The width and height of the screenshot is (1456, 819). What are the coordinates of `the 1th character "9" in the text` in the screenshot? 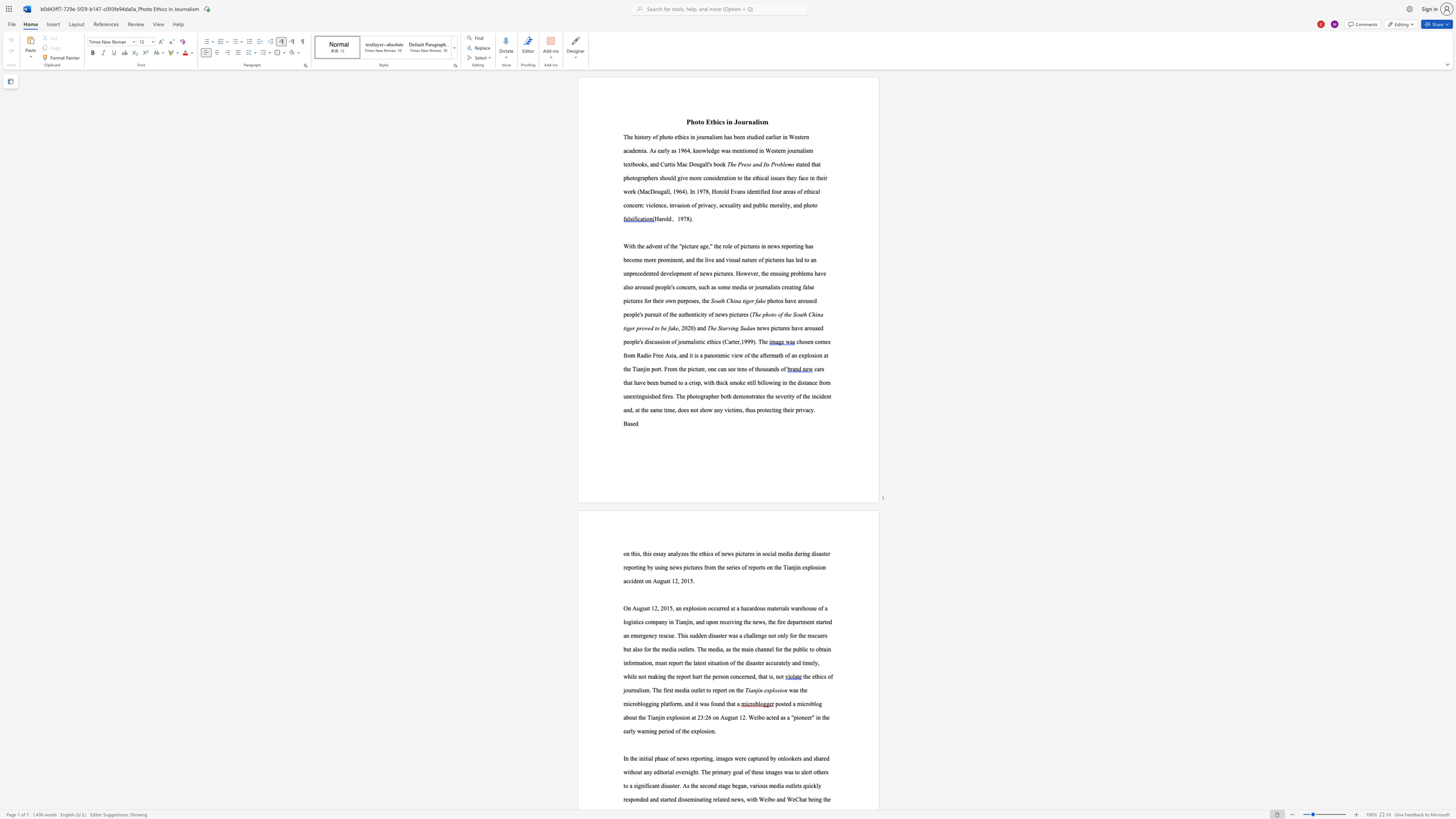 It's located at (681, 219).